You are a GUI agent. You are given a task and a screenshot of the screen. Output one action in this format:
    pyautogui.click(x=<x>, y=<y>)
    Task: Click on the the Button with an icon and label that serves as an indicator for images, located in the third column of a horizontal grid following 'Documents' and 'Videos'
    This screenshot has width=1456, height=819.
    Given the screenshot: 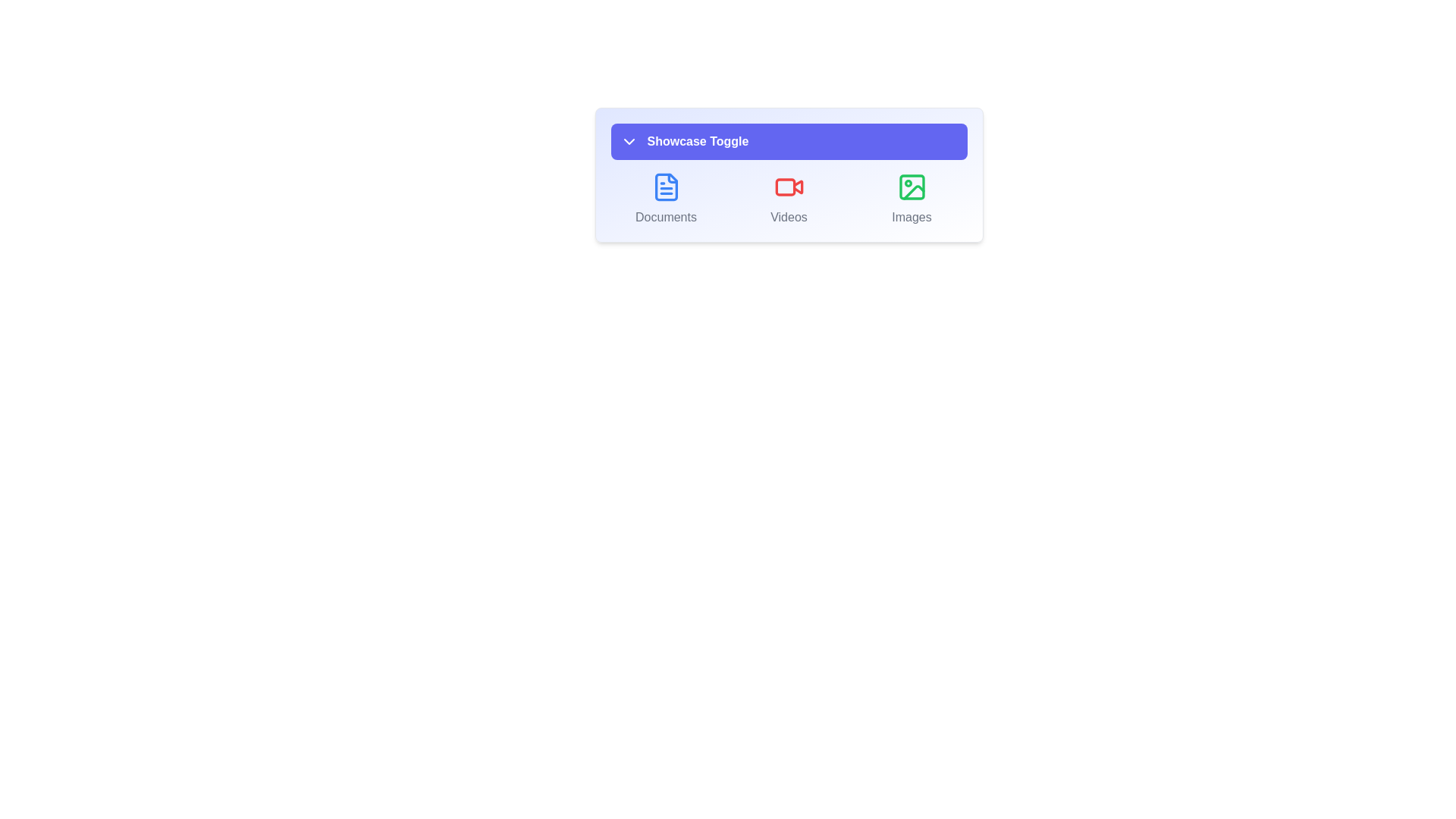 What is the action you would take?
    pyautogui.click(x=911, y=198)
    